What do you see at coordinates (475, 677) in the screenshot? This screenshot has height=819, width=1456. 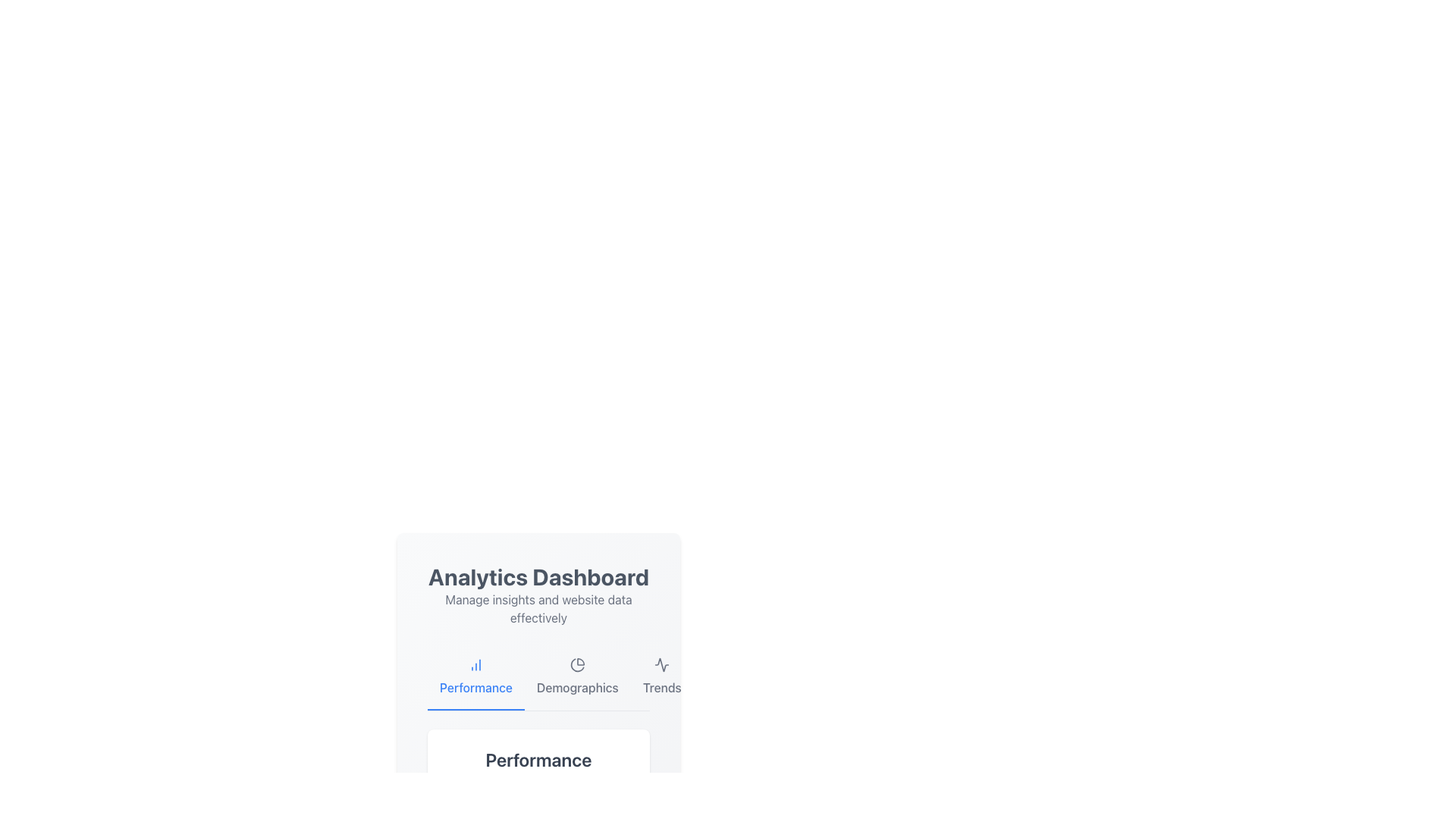 I see `the first tab navigation item in the dashboard interface` at bounding box center [475, 677].